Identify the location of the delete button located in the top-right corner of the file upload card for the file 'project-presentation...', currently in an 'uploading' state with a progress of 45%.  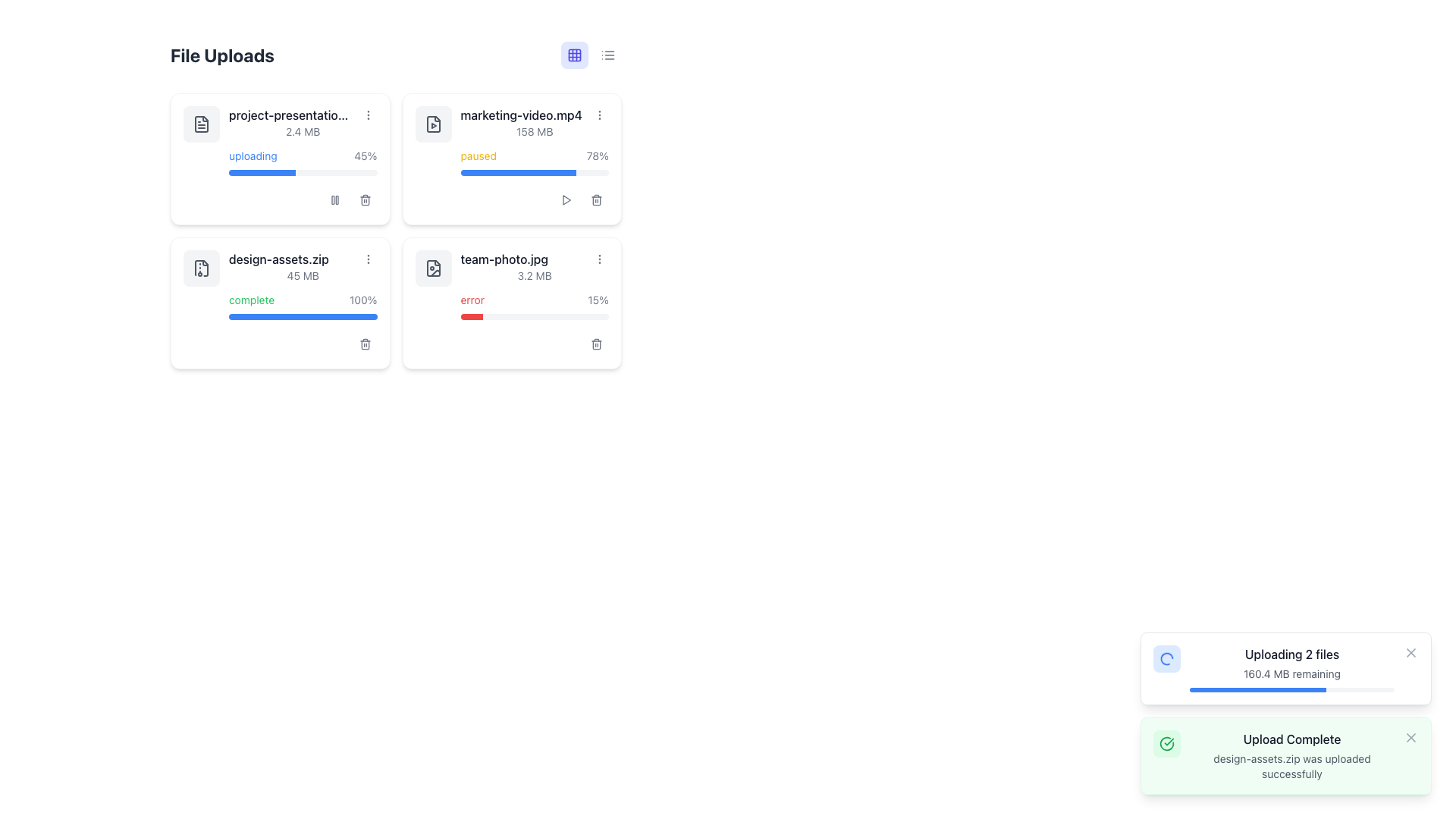
(365, 199).